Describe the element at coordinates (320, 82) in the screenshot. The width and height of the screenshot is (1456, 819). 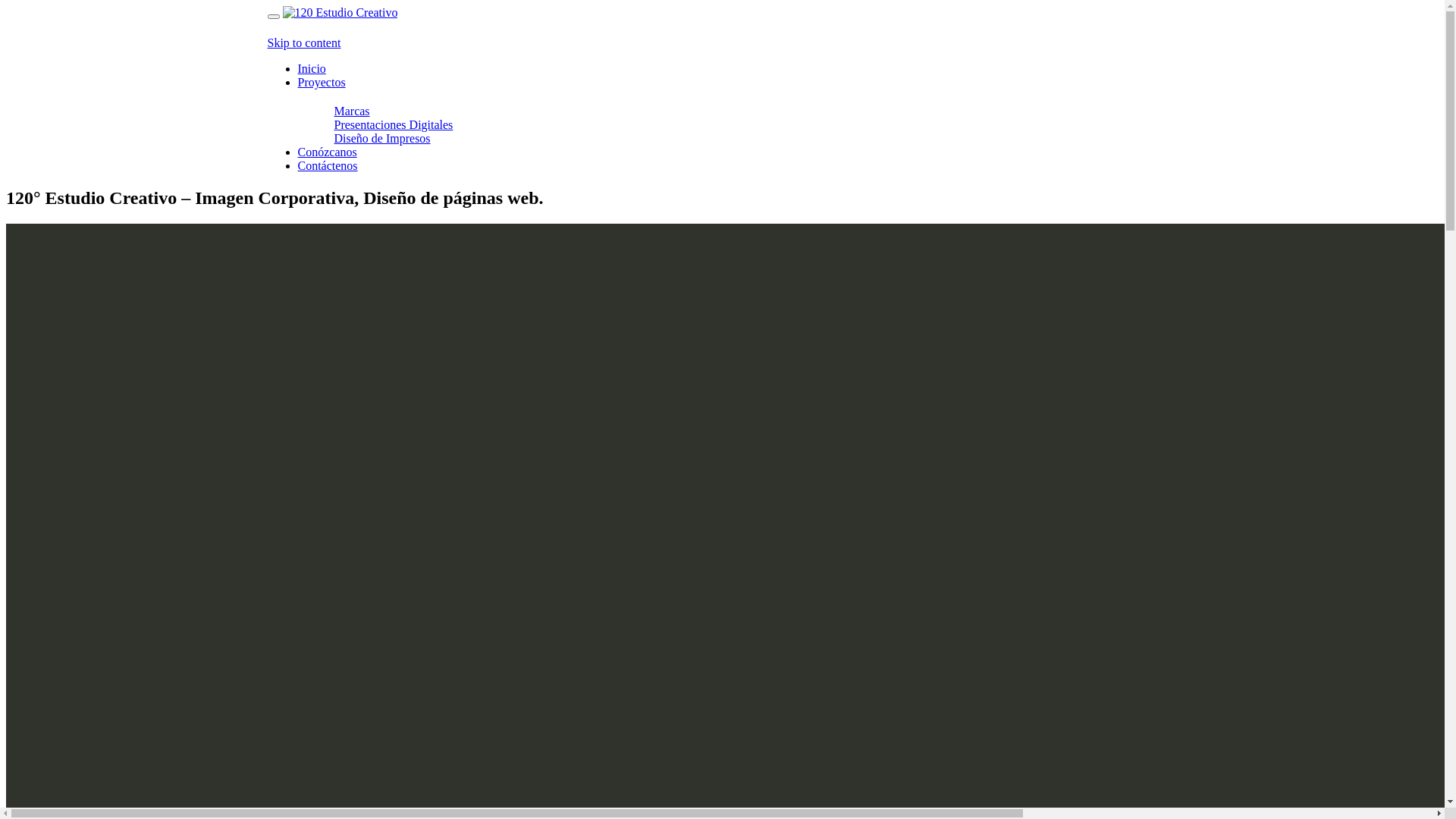
I see `'Proyectos'` at that location.